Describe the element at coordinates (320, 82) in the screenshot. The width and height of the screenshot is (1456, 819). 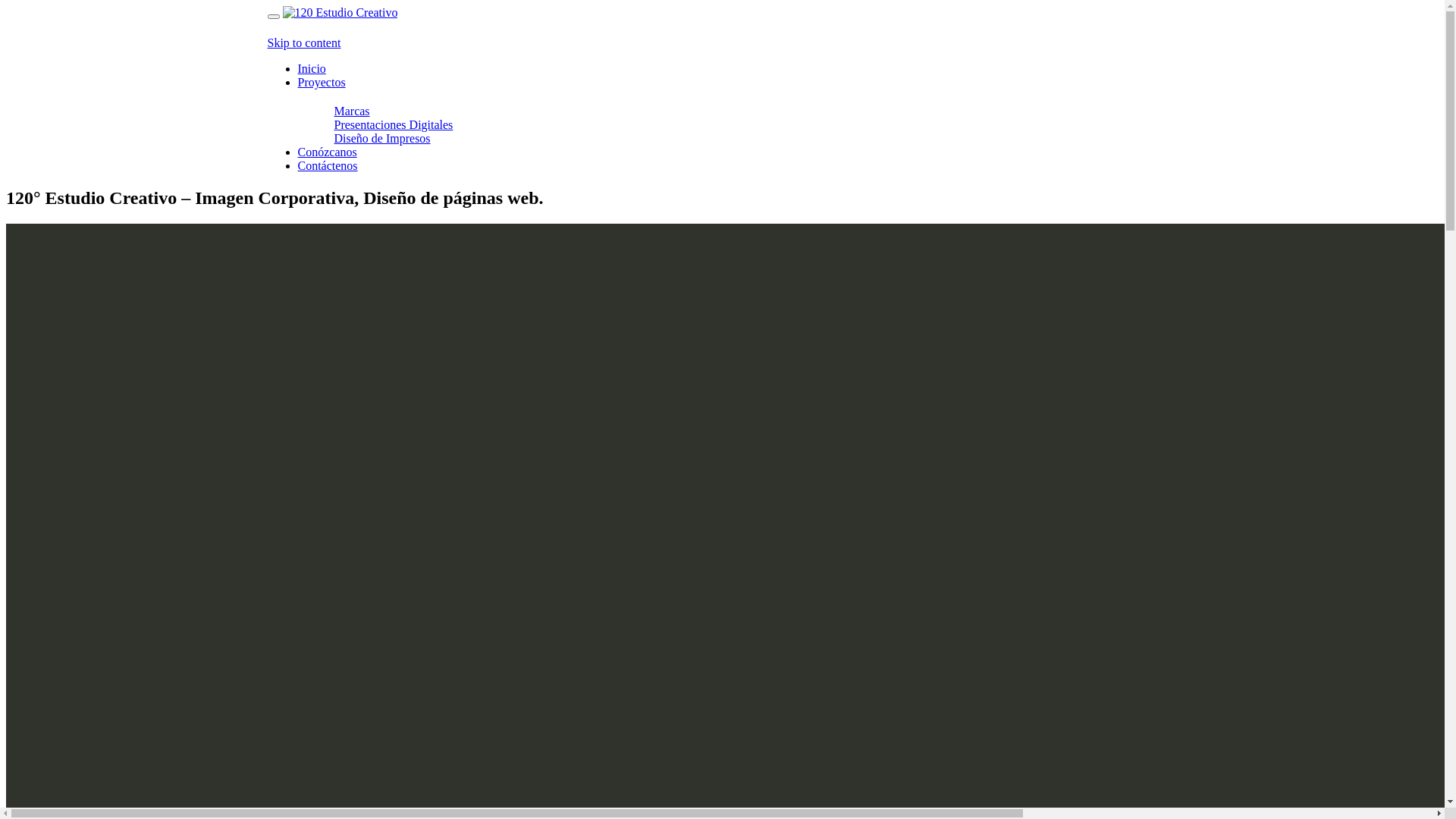
I see `'Proyectos'` at that location.